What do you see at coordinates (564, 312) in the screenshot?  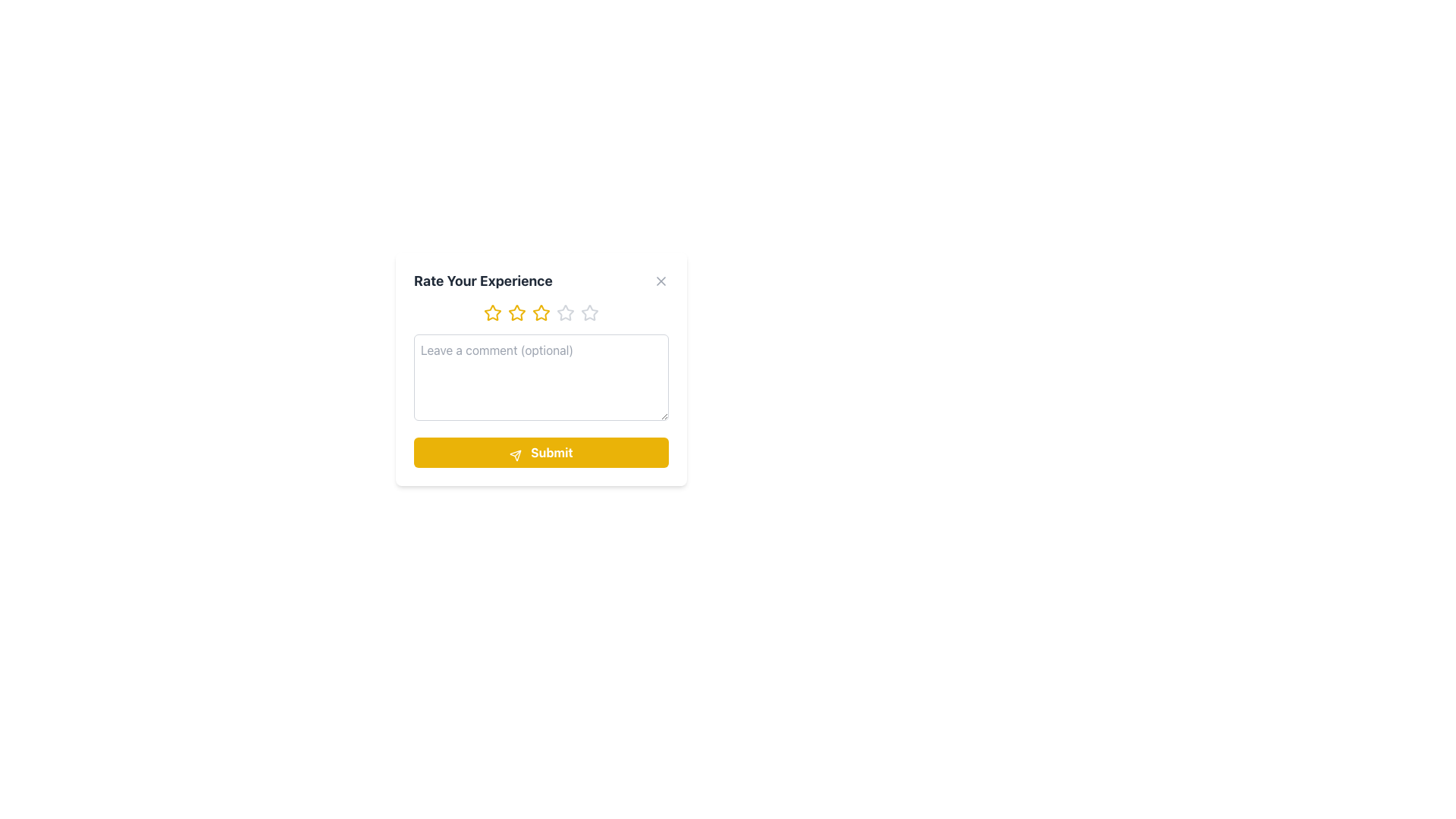 I see `the fourth star icon in the rating interface` at bounding box center [564, 312].